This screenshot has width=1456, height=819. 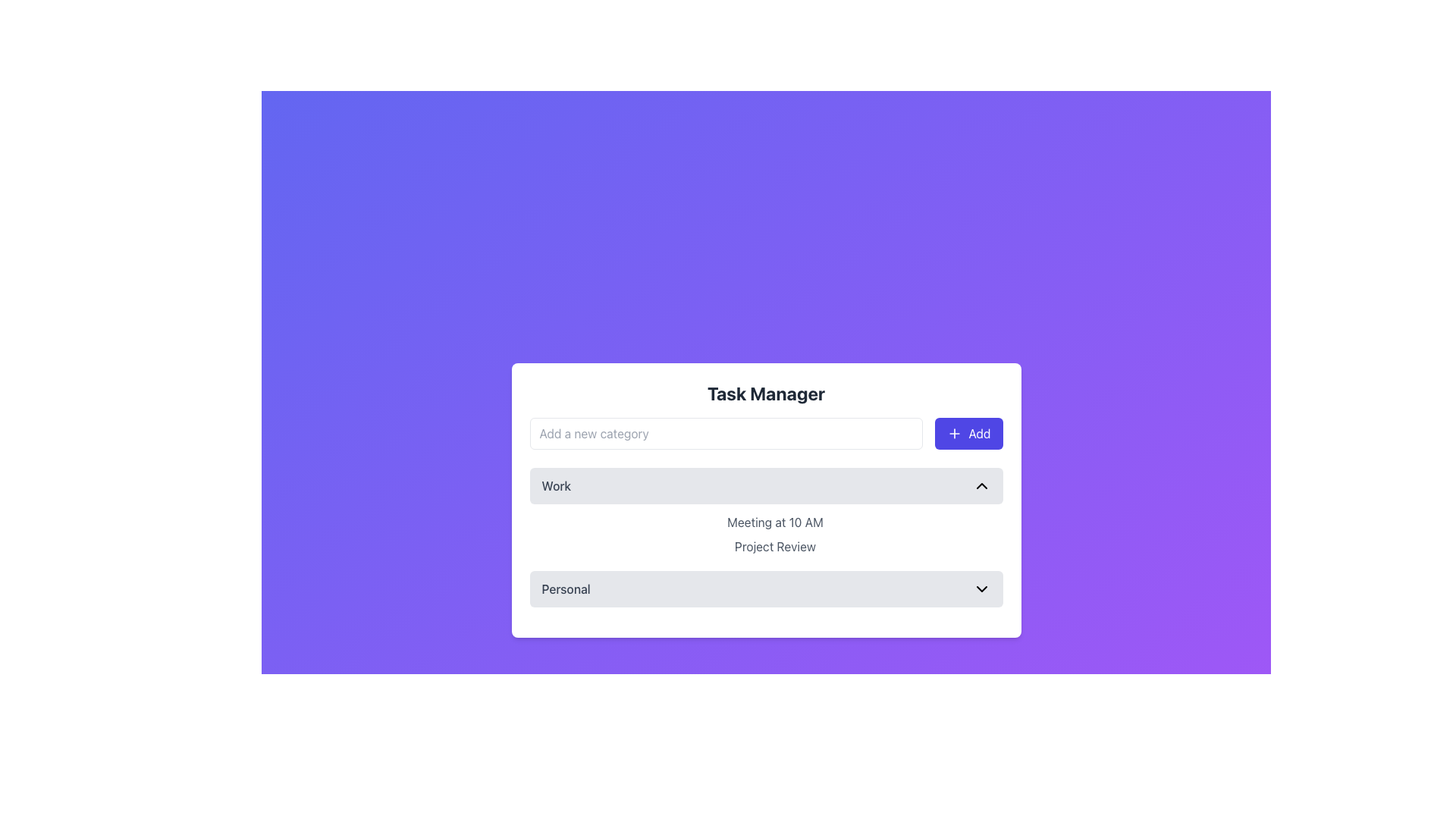 I want to click on the Chevron icon located at the rightmost end of the 'Personal' section, so click(x=981, y=588).